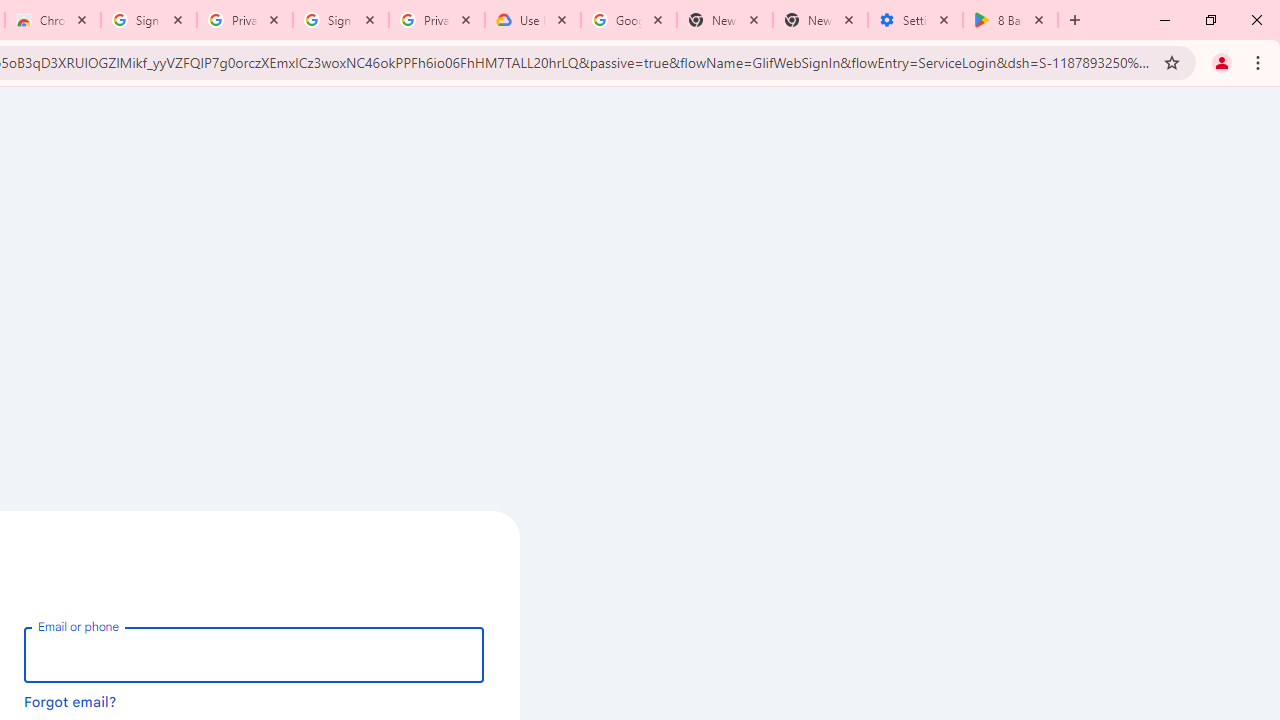 The height and width of the screenshot is (720, 1280). Describe the element at coordinates (1010, 20) in the screenshot. I see `'8 Ball Pool - Apps on Google Play'` at that location.